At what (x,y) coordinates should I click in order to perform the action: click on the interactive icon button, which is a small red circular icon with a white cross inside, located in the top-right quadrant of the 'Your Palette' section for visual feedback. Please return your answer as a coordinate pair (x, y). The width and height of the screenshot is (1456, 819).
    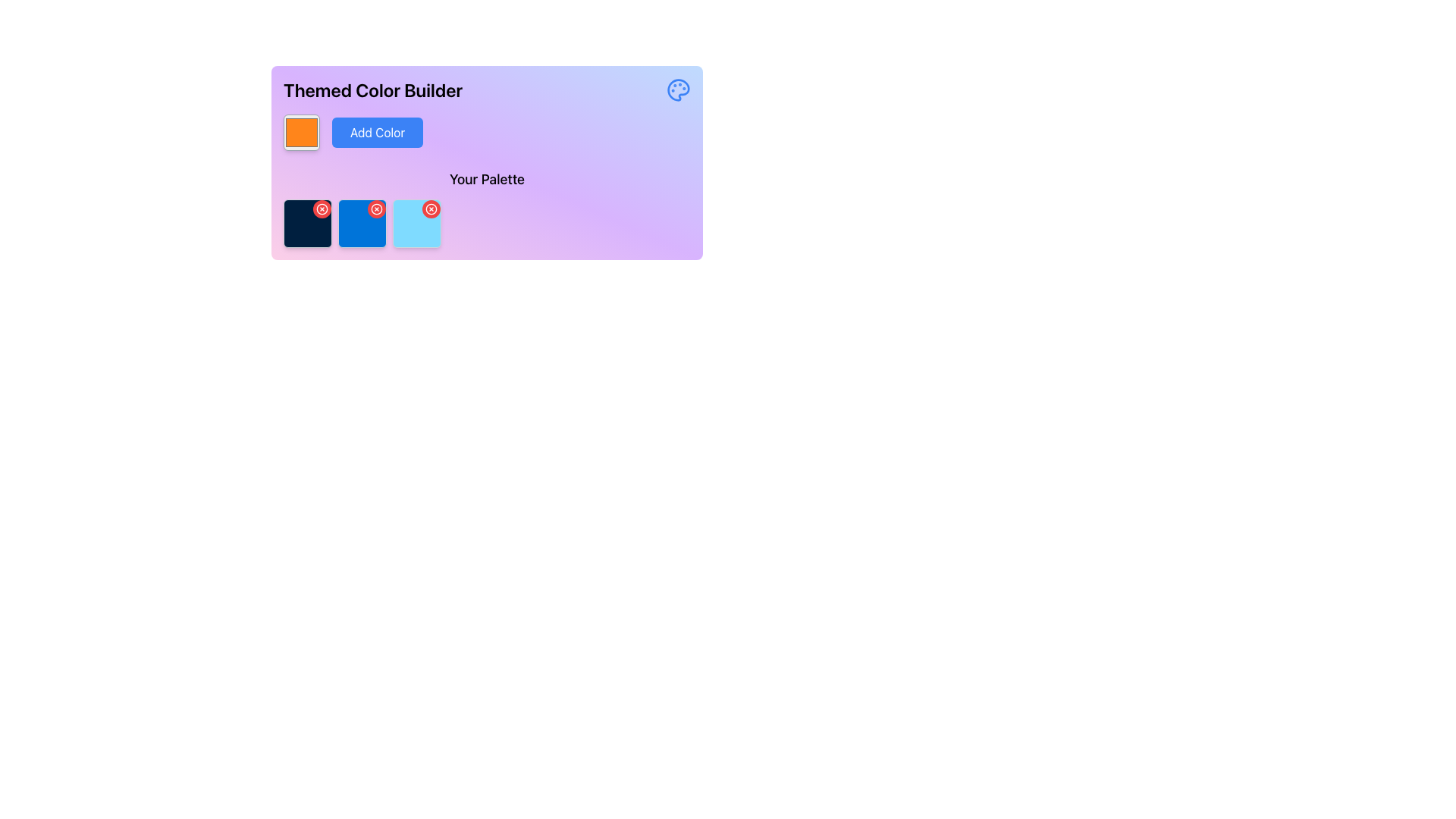
    Looking at the image, I should click on (322, 209).